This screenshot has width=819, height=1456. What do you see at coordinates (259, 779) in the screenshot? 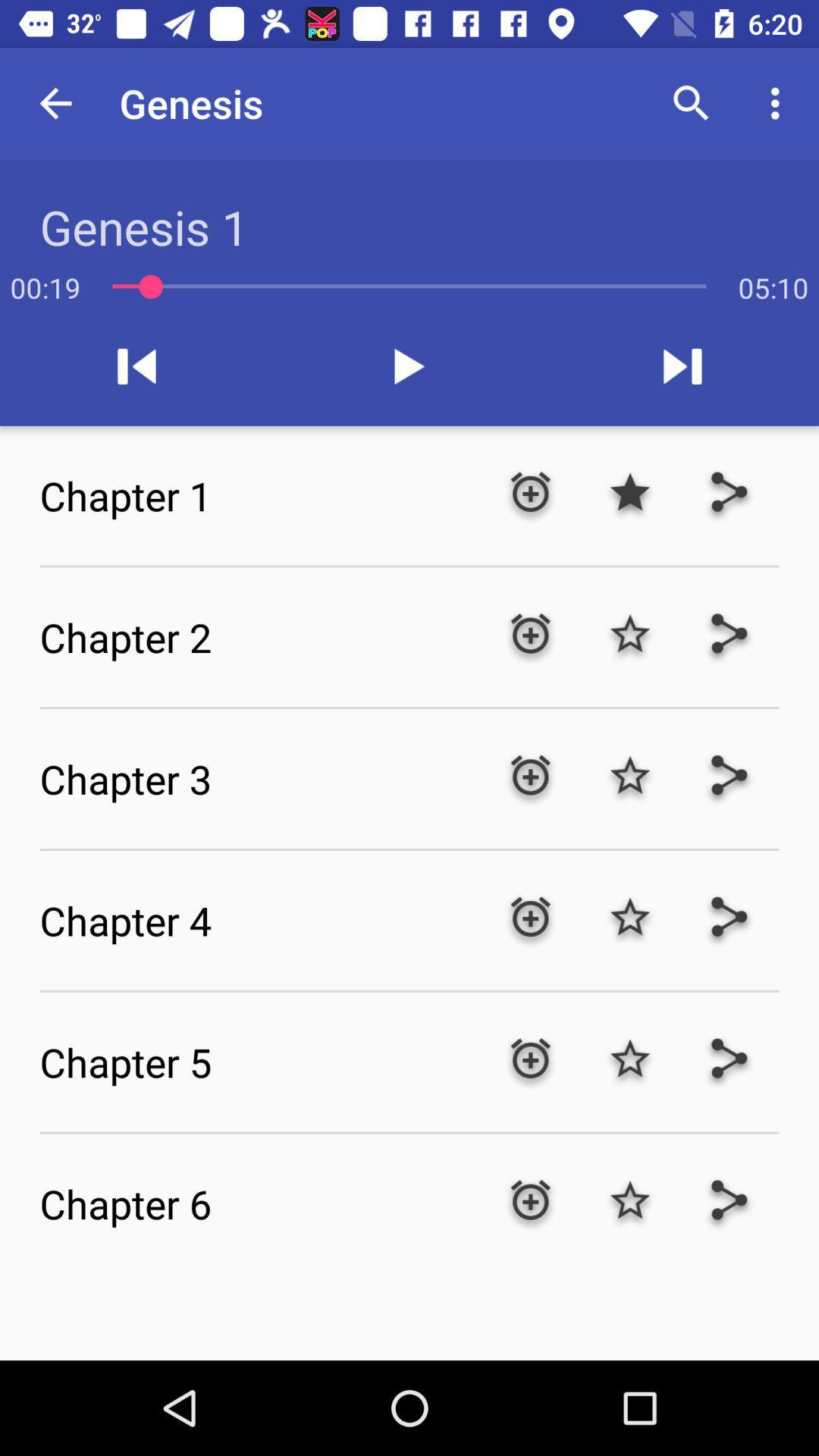
I see `the chapter 3 item` at bounding box center [259, 779].